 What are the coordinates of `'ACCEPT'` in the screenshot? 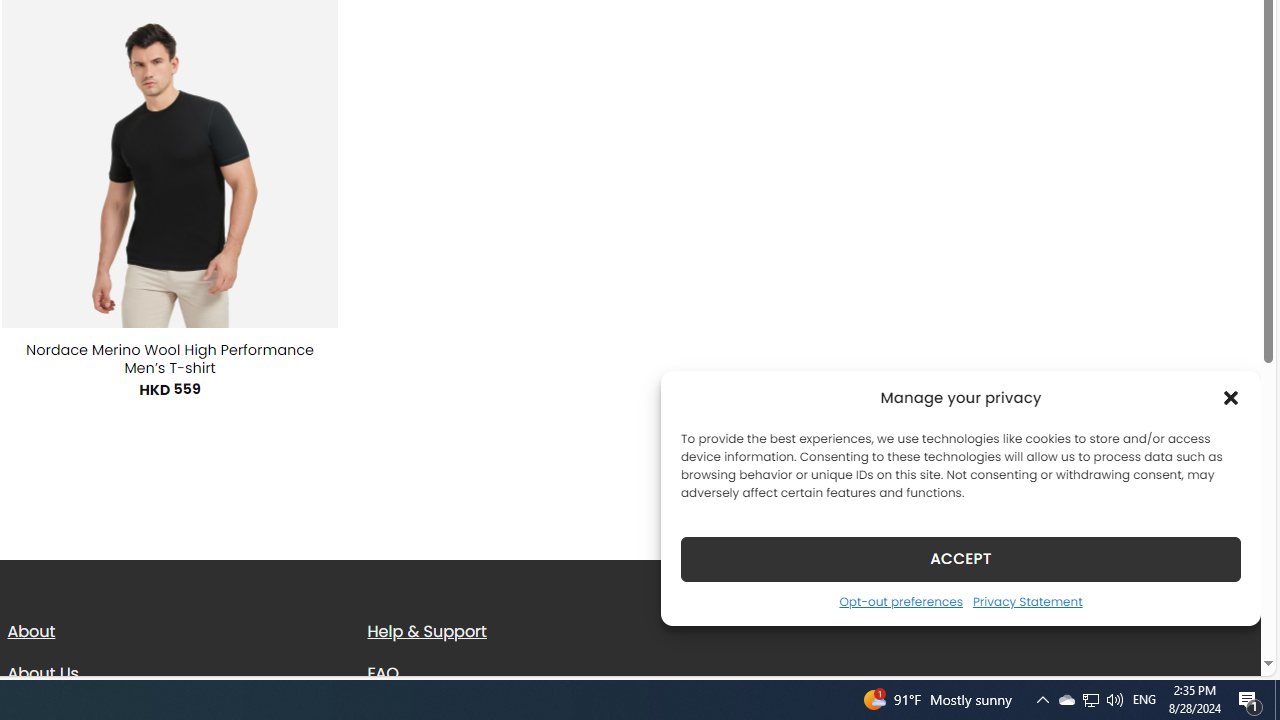 It's located at (961, 558).